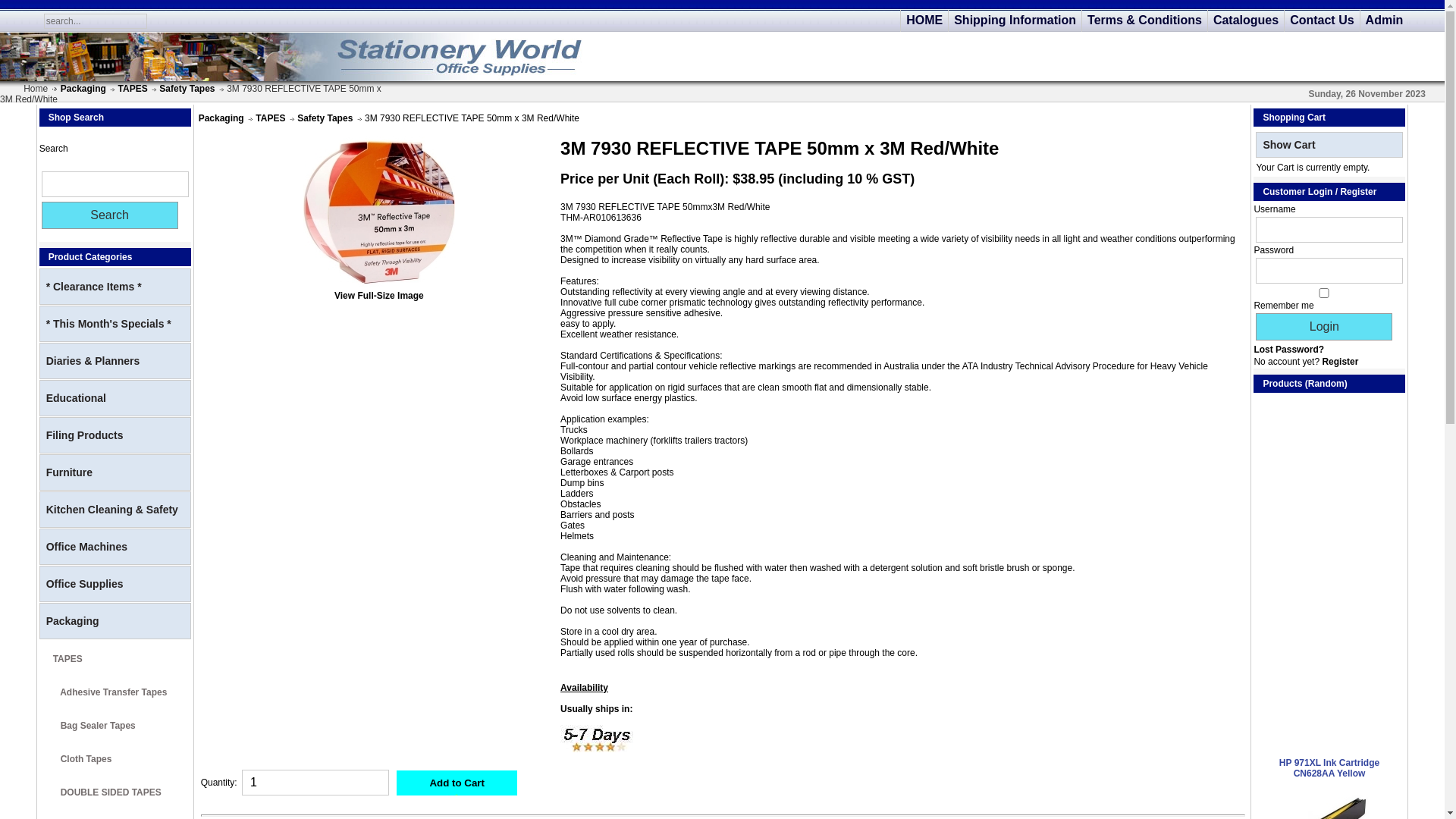 The height and width of the screenshot is (819, 1456). I want to click on 'Furniture', so click(115, 472).